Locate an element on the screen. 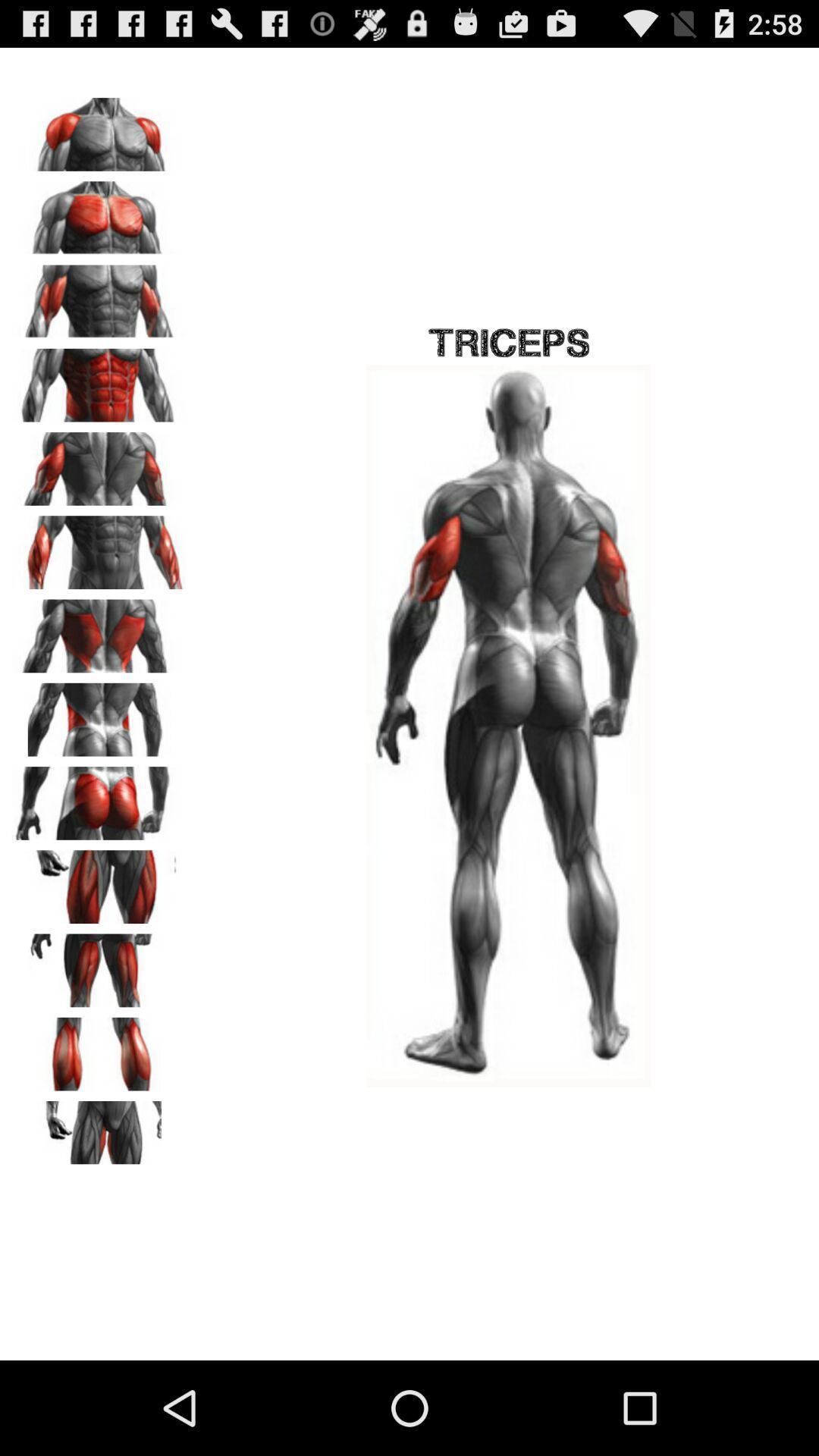 Image resolution: width=819 pixels, height=1456 pixels. change image is located at coordinates (99, 212).